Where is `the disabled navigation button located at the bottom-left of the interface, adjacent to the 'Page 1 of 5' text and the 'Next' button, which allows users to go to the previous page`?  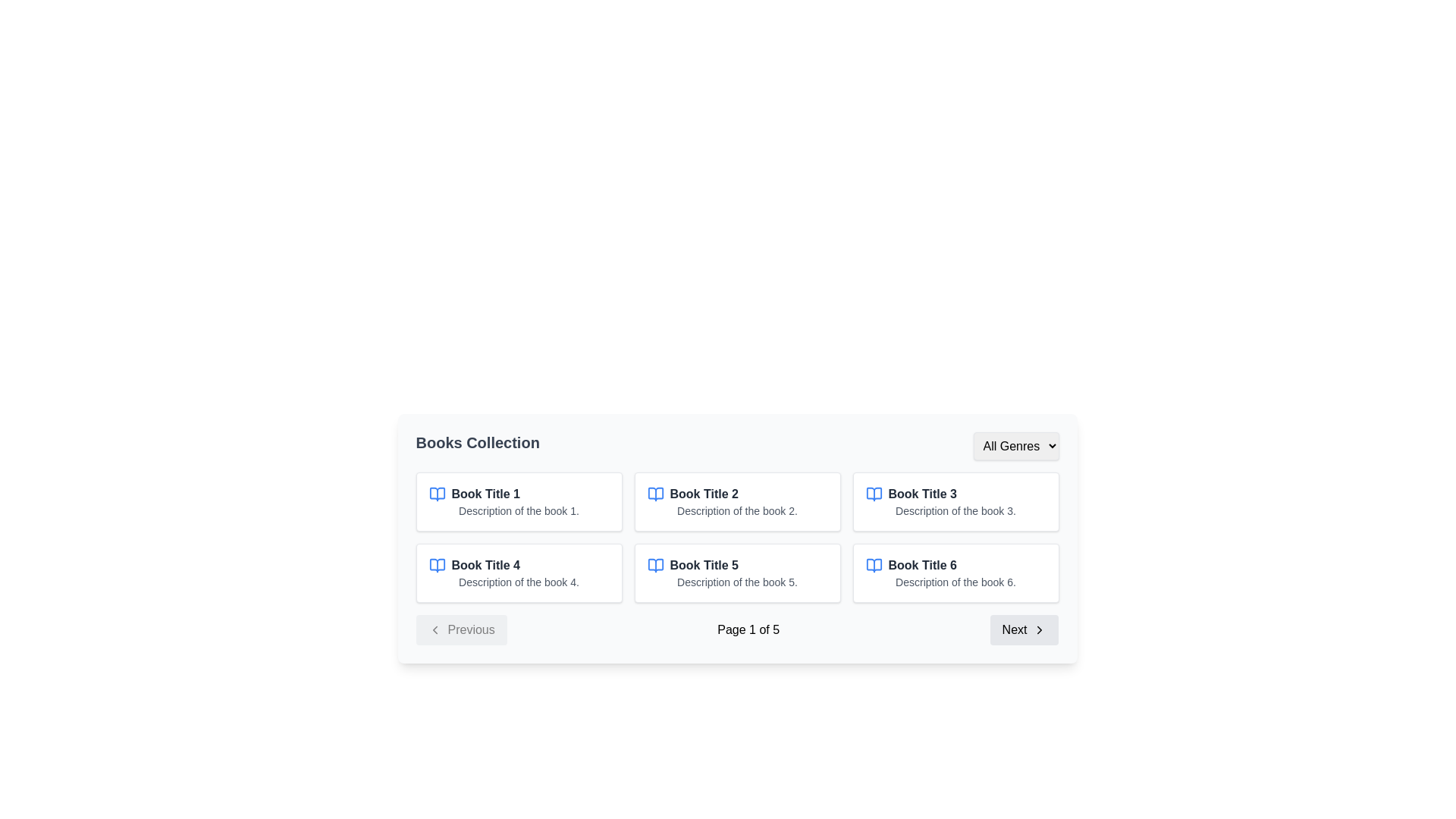 the disabled navigation button located at the bottom-left of the interface, adjacent to the 'Page 1 of 5' text and the 'Next' button, which allows users to go to the previous page is located at coordinates (460, 629).